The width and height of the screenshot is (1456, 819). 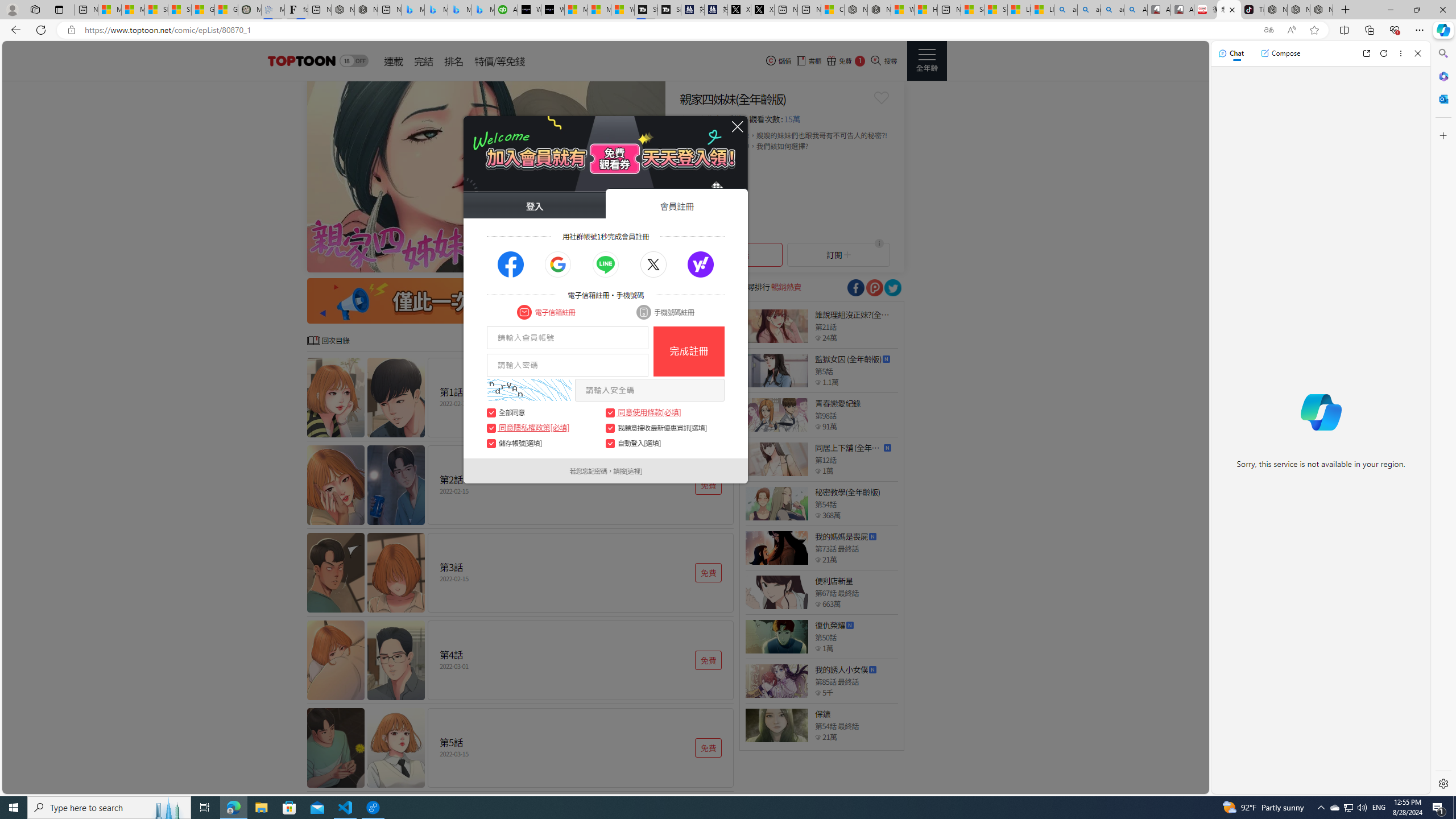 I want to click on 'TikTok', so click(x=1252, y=9).